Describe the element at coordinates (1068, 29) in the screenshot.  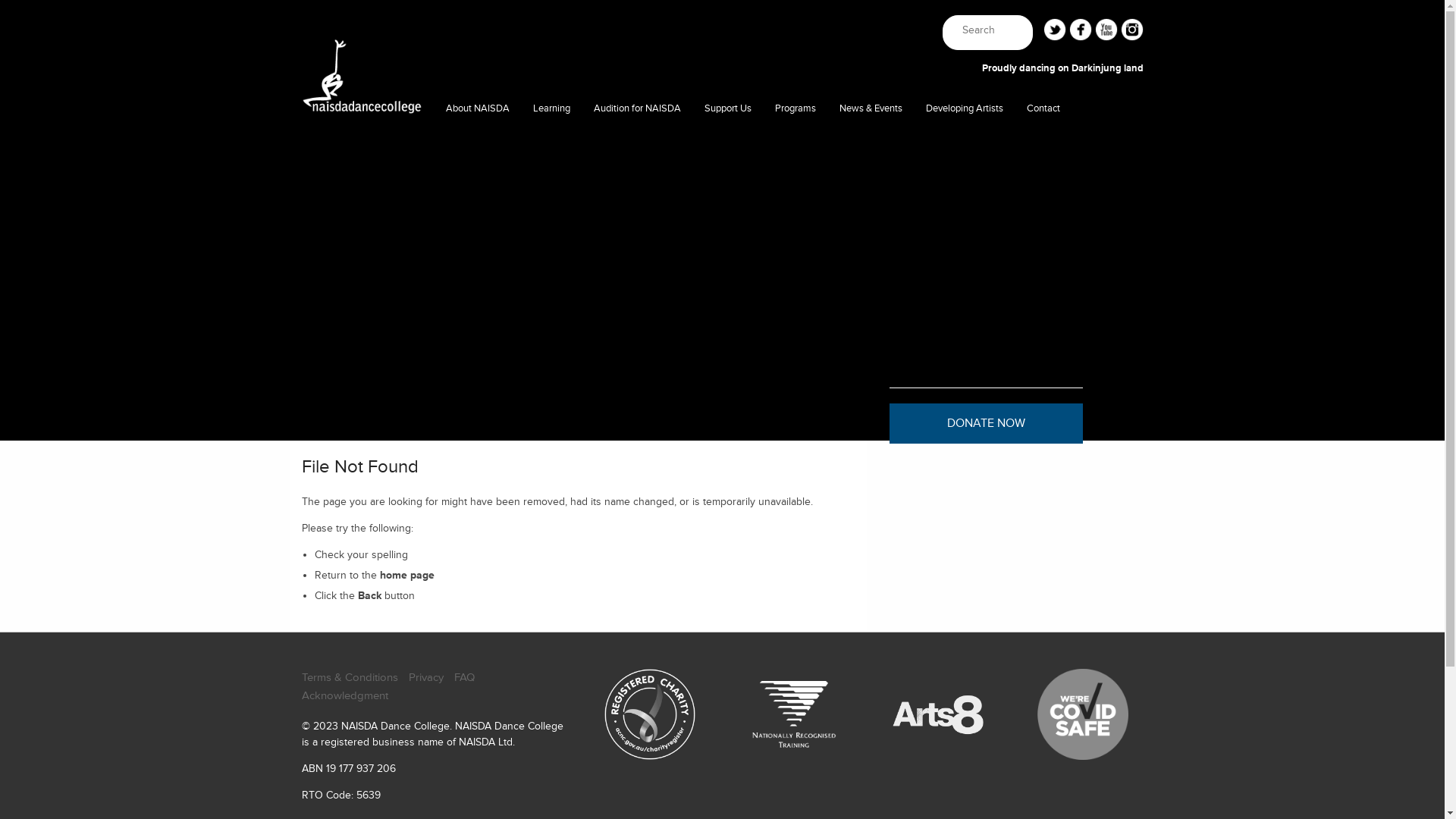
I see `'Facebook'` at that location.